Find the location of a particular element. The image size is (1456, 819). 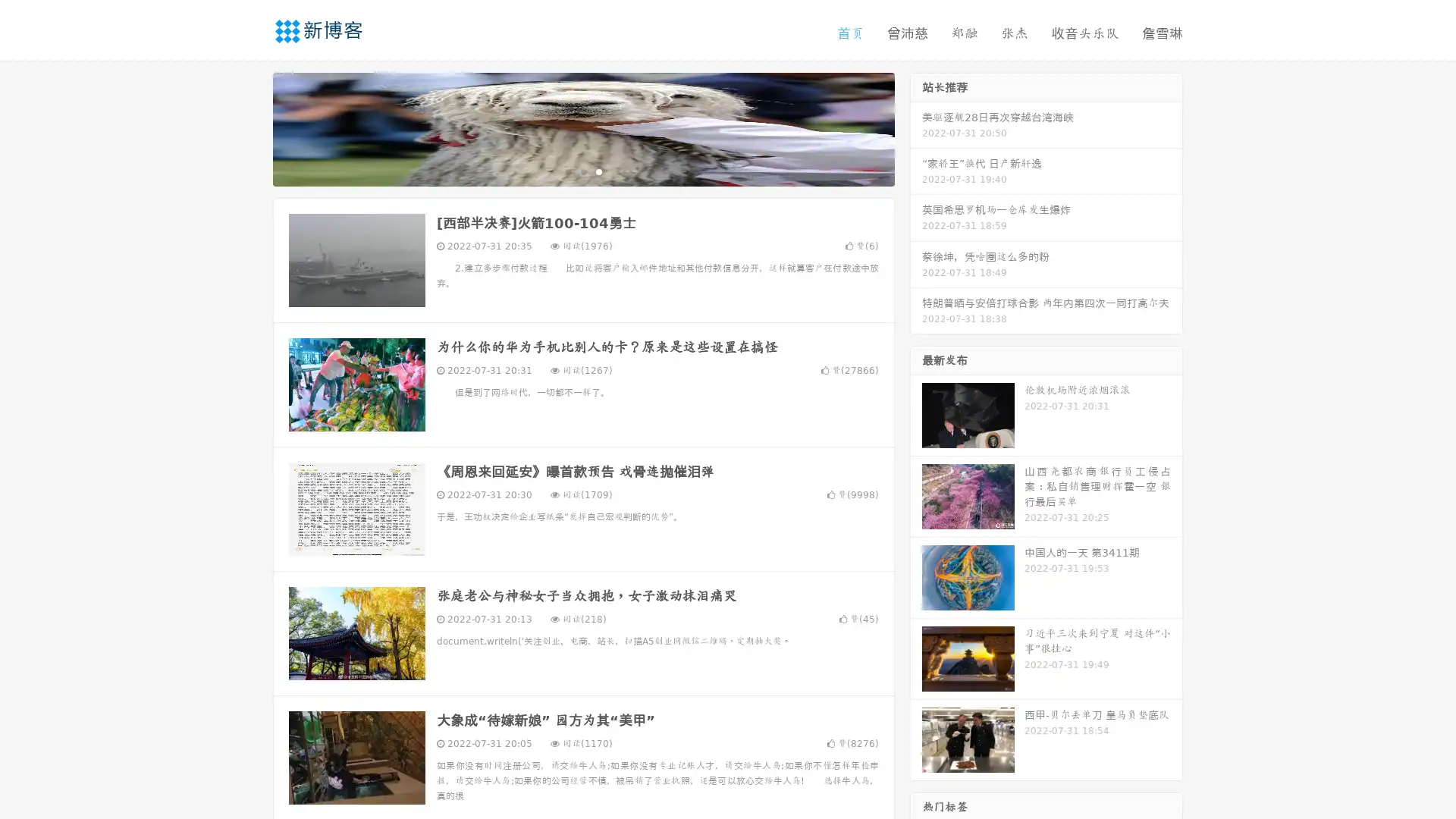

Go to slide 1 is located at coordinates (567, 171).